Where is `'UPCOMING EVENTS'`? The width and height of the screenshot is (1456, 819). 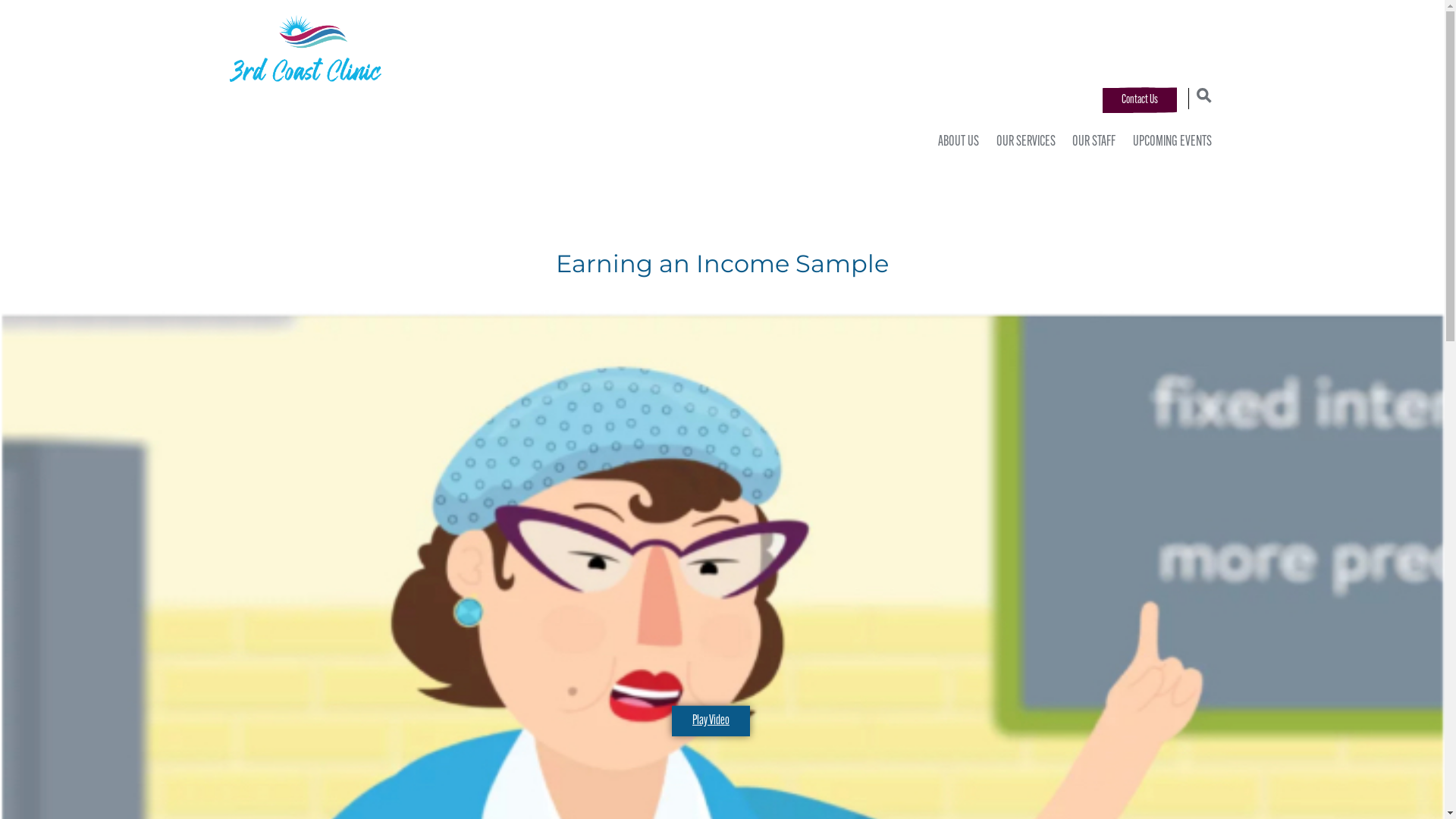
'UPCOMING EVENTS' is located at coordinates (1168, 143).